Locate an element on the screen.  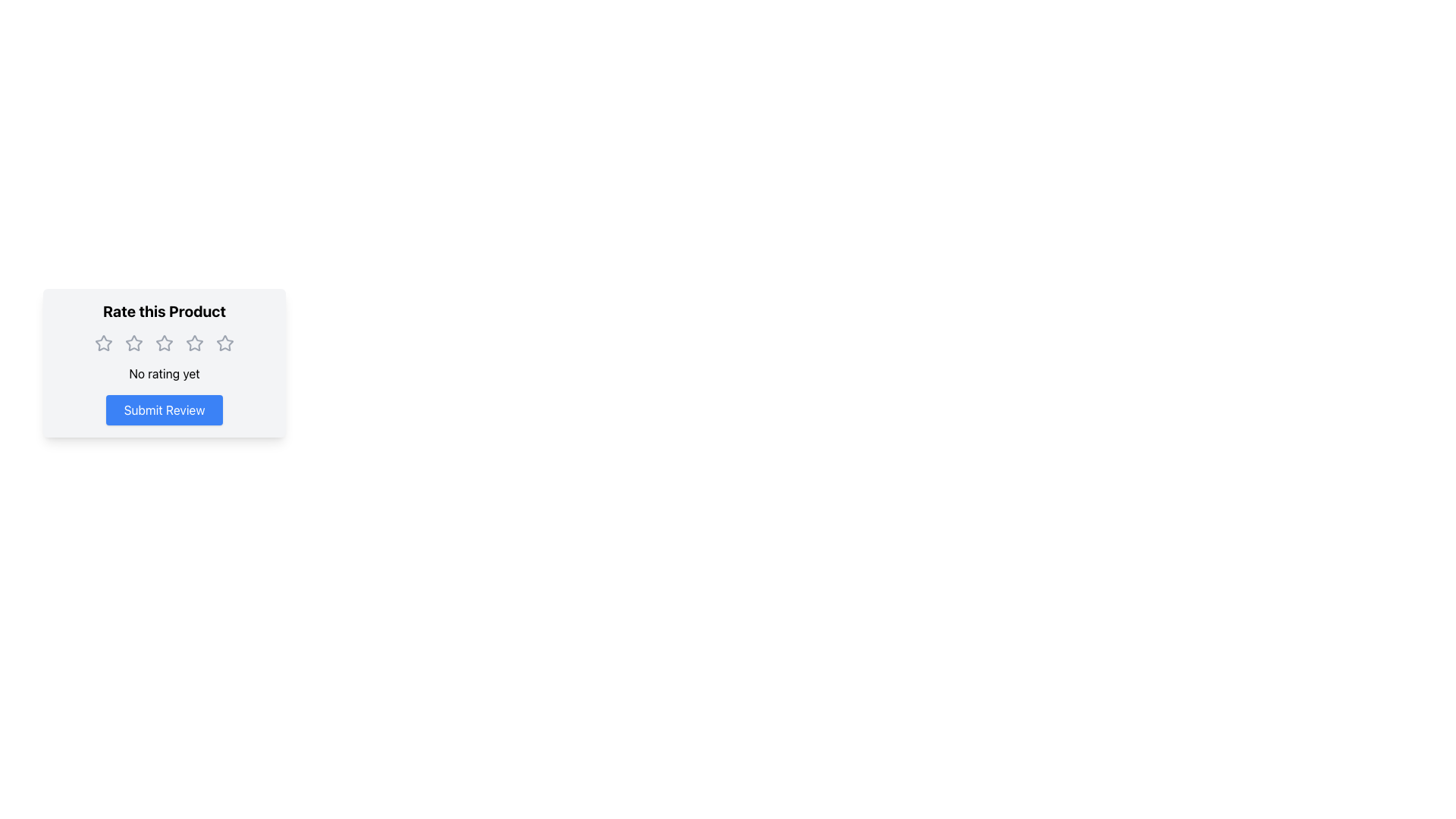
the first star icon in the rating system to assign a one-star rating to the product is located at coordinates (134, 343).